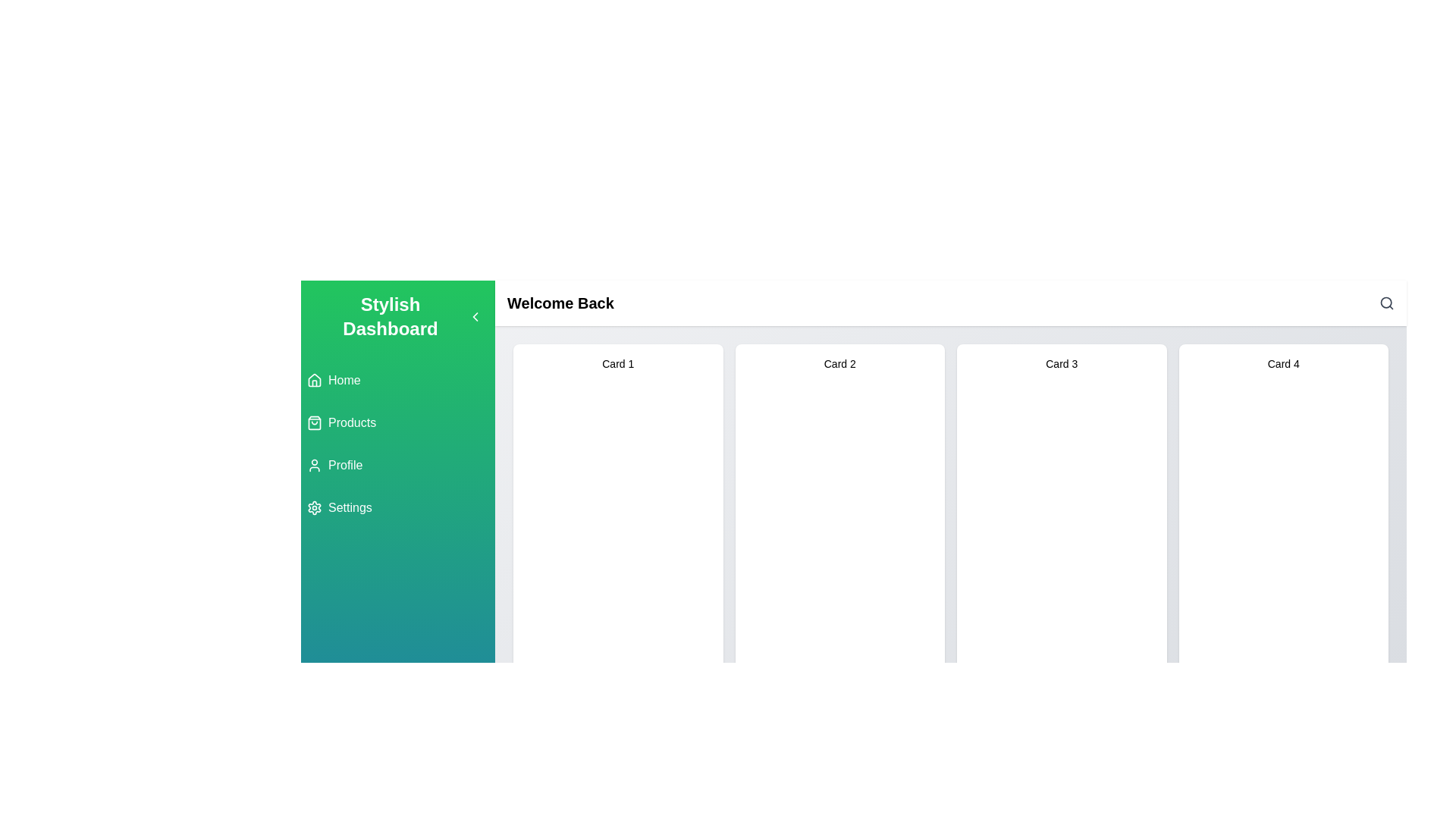 This screenshot has height=819, width=1456. Describe the element at coordinates (1386, 303) in the screenshot. I see `the search icon, represented by a magnifying glass, located in the top-right corner of the header area, to initiate a search` at that location.